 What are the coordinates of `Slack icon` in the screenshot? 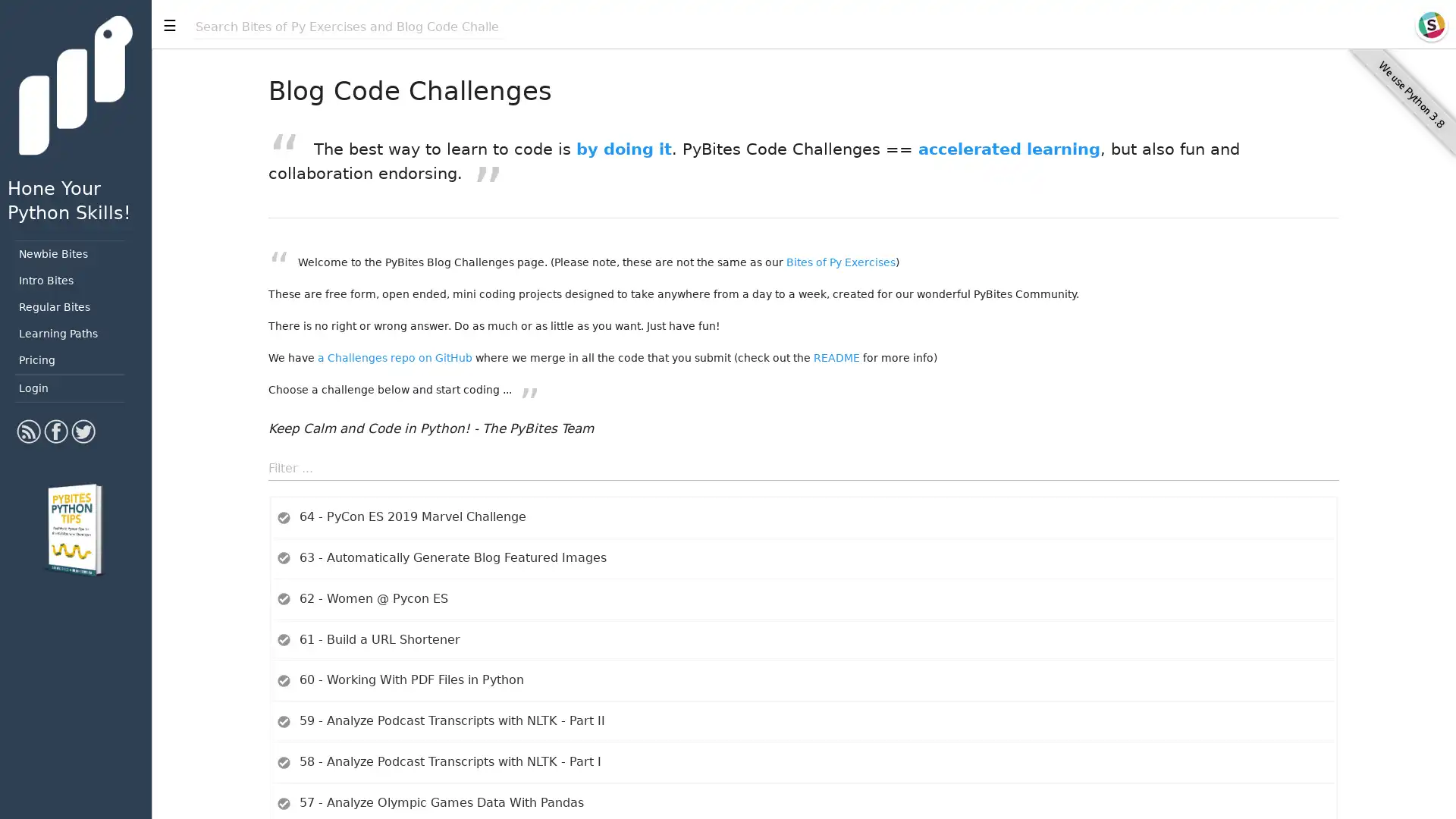 It's located at (1430, 25).